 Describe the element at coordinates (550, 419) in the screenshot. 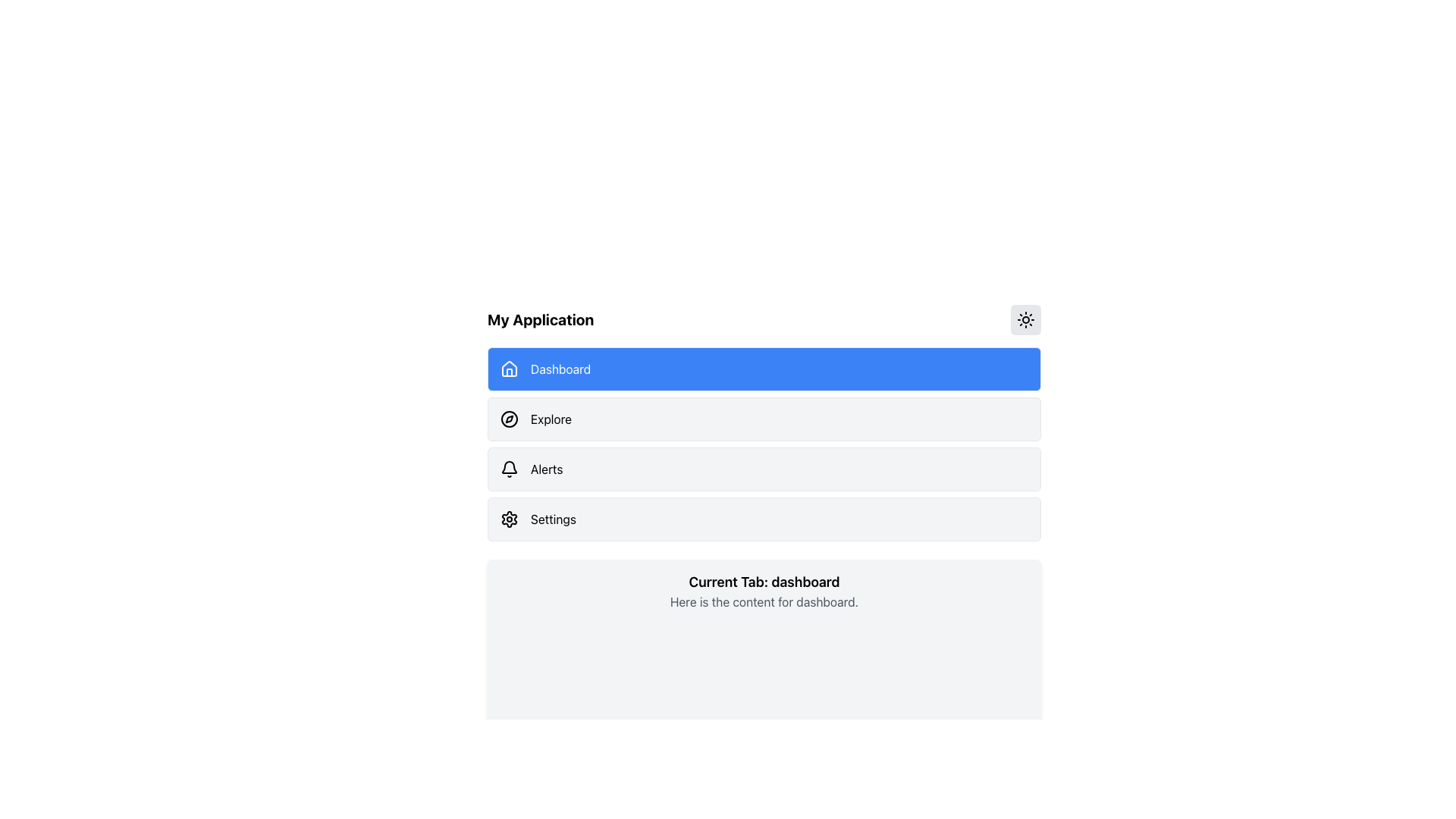

I see `the Text Label that serves as a label for the navigation button, positioned to the right of the icon in a vertical navigation menu` at that location.